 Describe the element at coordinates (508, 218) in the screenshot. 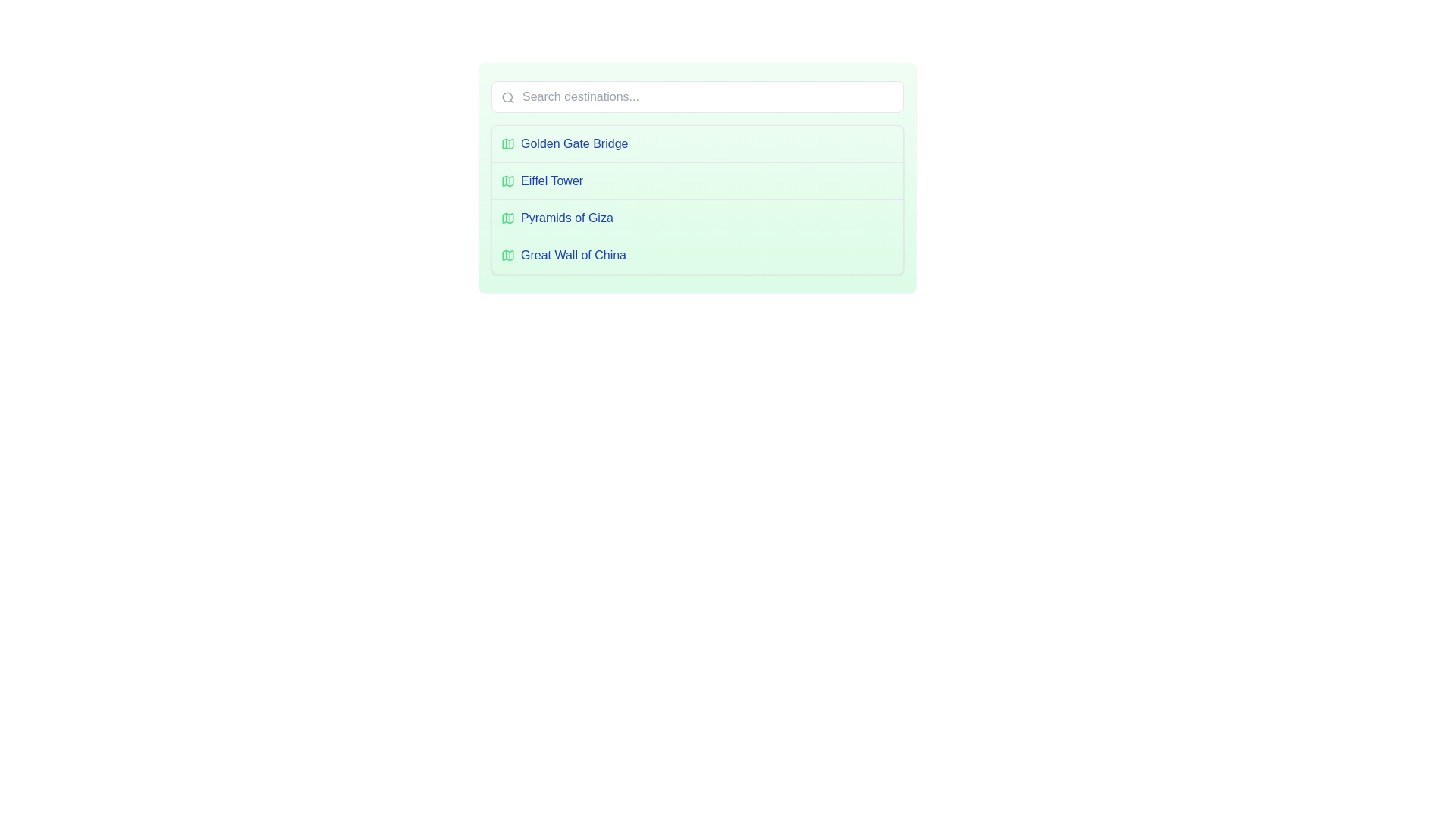

I see `the icon representing location-related information for the 'Pyramids of Giza', which is located to the left of the text in the third row of the list` at that location.